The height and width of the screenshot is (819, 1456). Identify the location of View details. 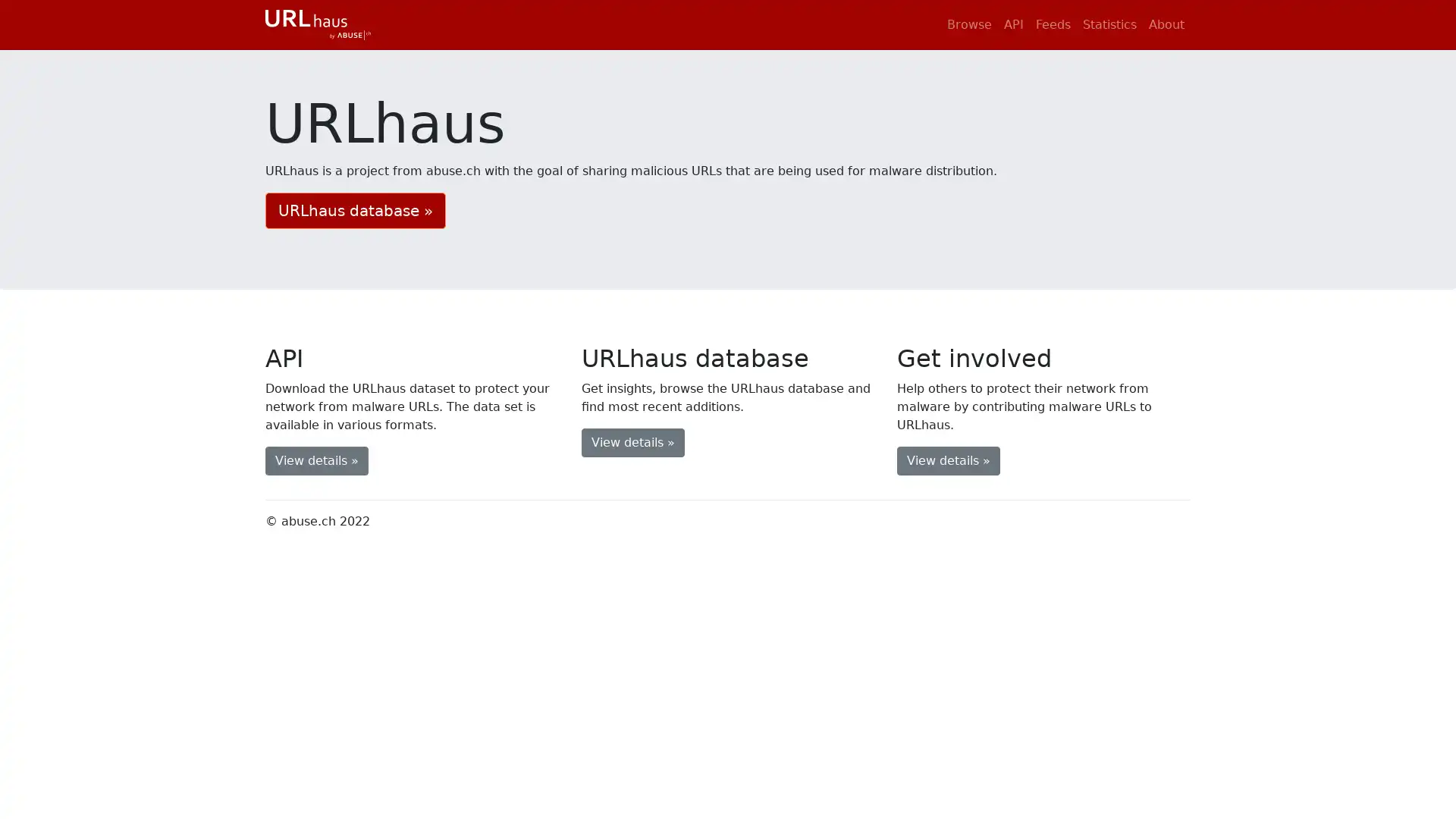
(948, 459).